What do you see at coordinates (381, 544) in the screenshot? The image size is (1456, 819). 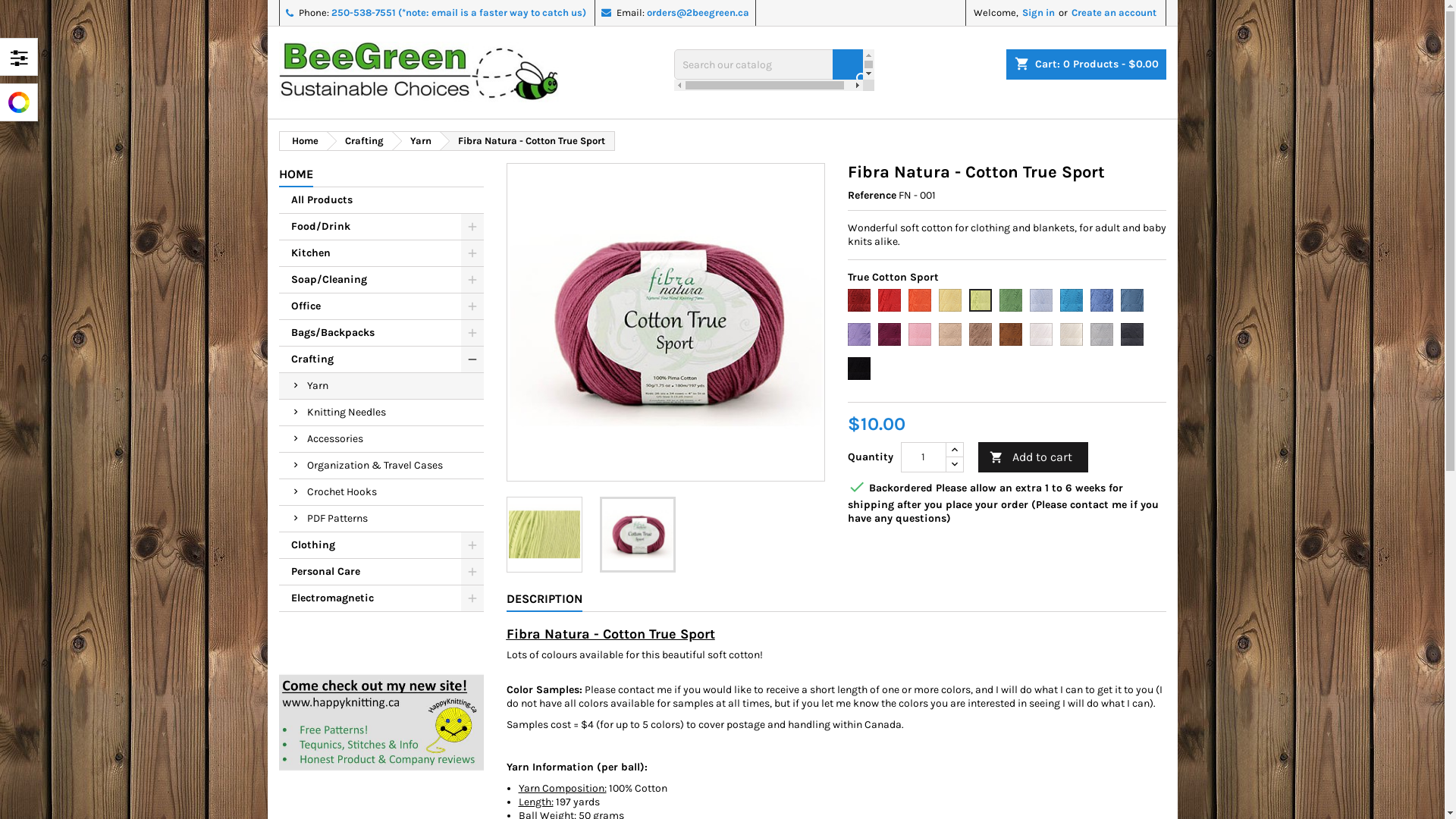 I see `'Clothing'` at bounding box center [381, 544].